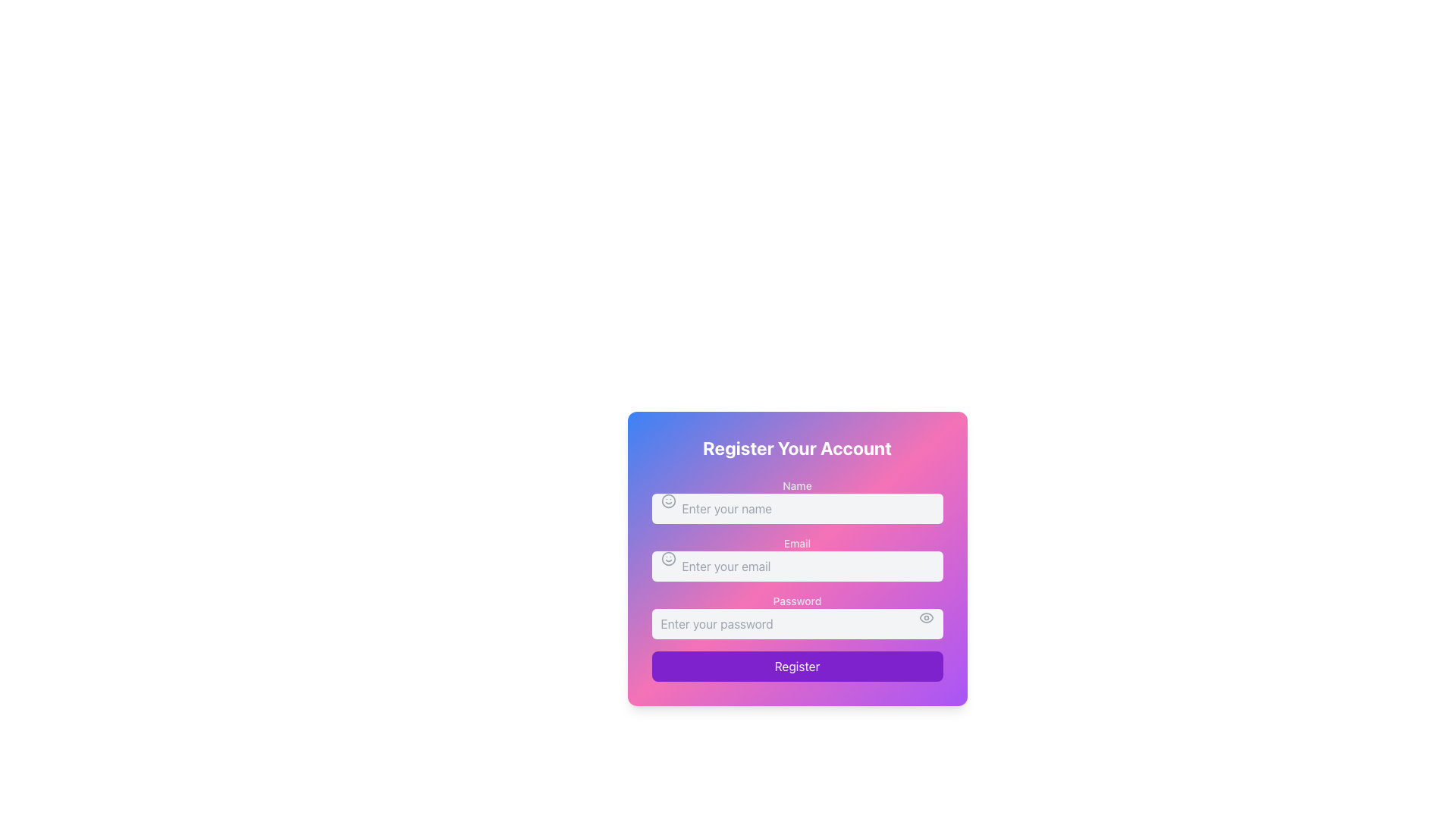 The image size is (1456, 819). Describe the element at coordinates (796, 500) in the screenshot. I see `the text input field for entering the user's name, located directly beneath the 'Name' label in the registration form` at that location.